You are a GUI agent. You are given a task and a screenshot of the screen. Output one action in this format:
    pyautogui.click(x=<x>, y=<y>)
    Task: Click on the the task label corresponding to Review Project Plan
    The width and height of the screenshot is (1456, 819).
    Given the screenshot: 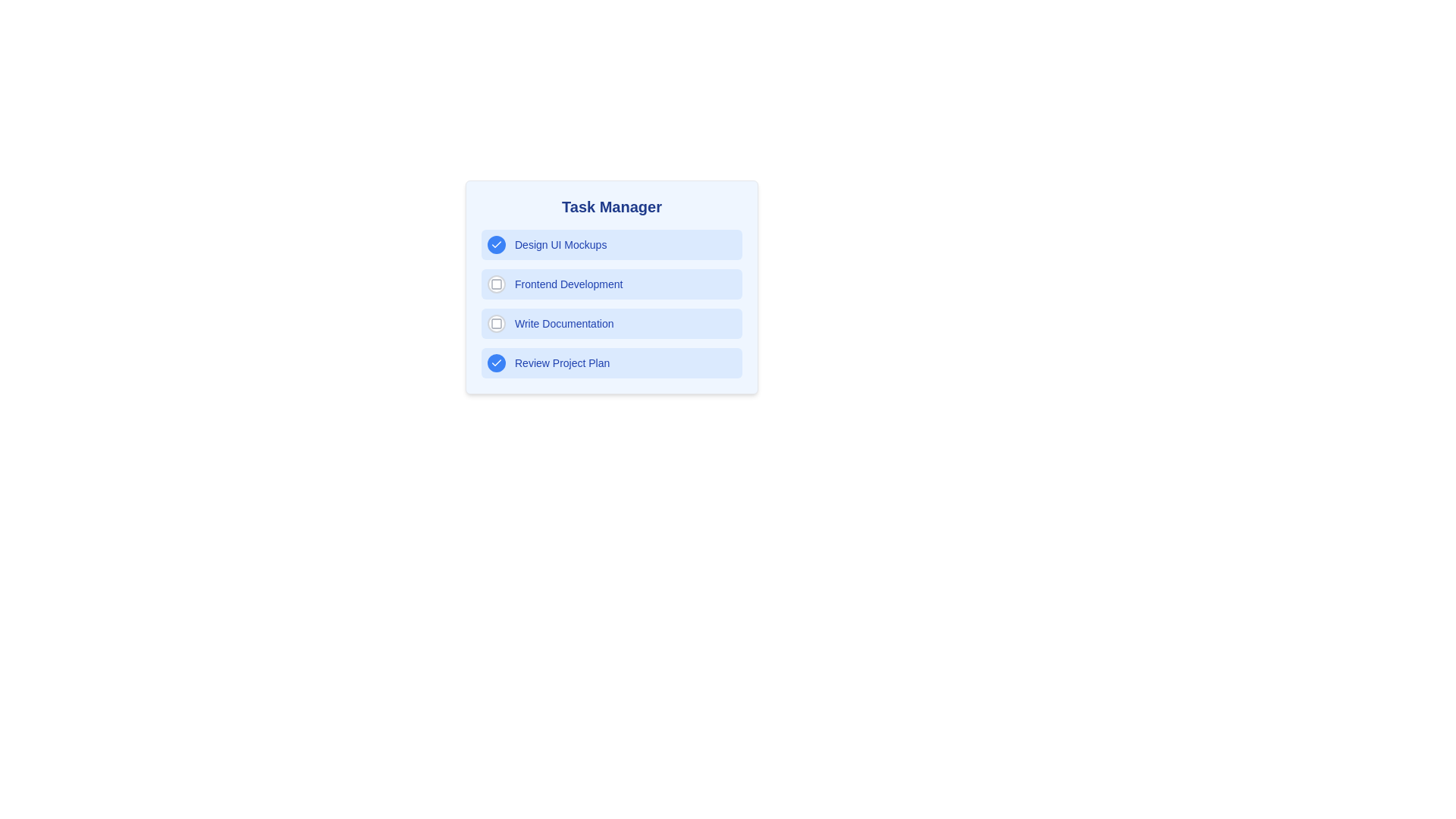 What is the action you would take?
    pyautogui.click(x=561, y=362)
    